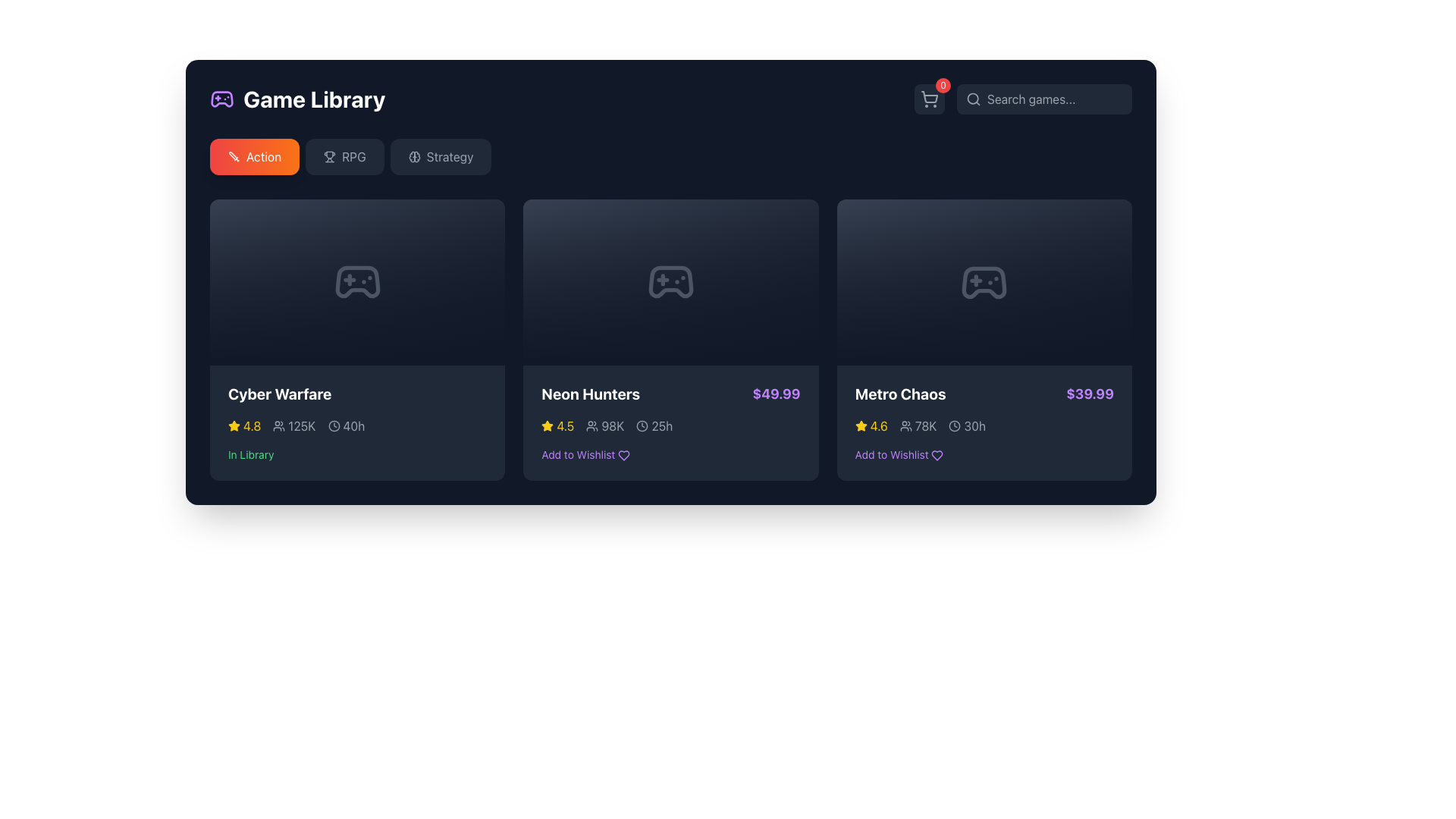  I want to click on the Text label displaying the approximate playtime or duration associated with the game, located in the middle card of three cards, so click(662, 426).